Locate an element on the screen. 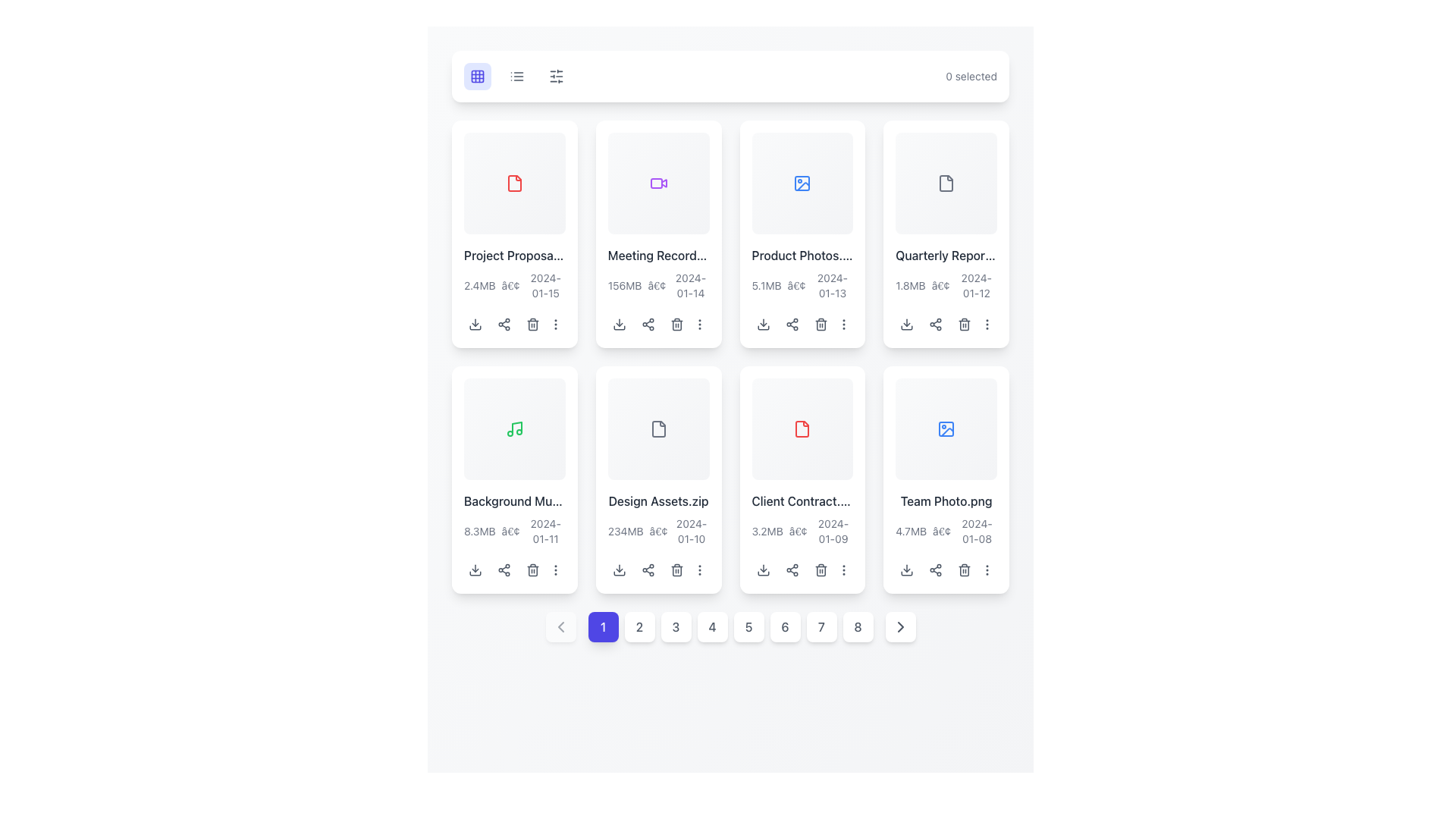 The height and width of the screenshot is (819, 1456). the decorative visual icon resembling a play button within the card component located in the second column of the first row to inspect its associated content is located at coordinates (656, 182).